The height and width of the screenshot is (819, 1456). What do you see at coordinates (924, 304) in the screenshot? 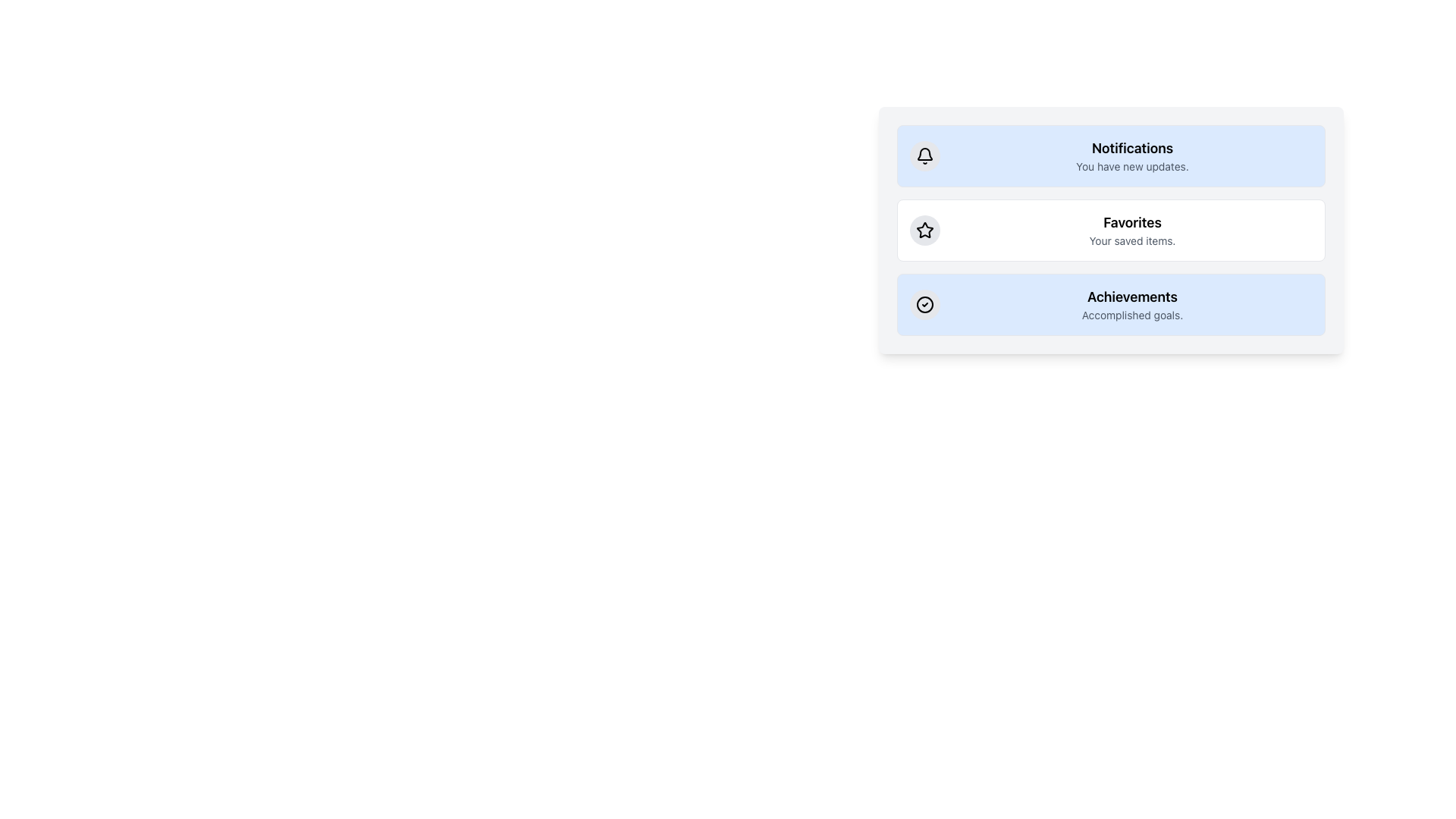
I see `the circular icon with a gray background and a black outline depicting a checkmark, located in the Achievements section to the far left of the section's title and description for visual feedback` at bounding box center [924, 304].